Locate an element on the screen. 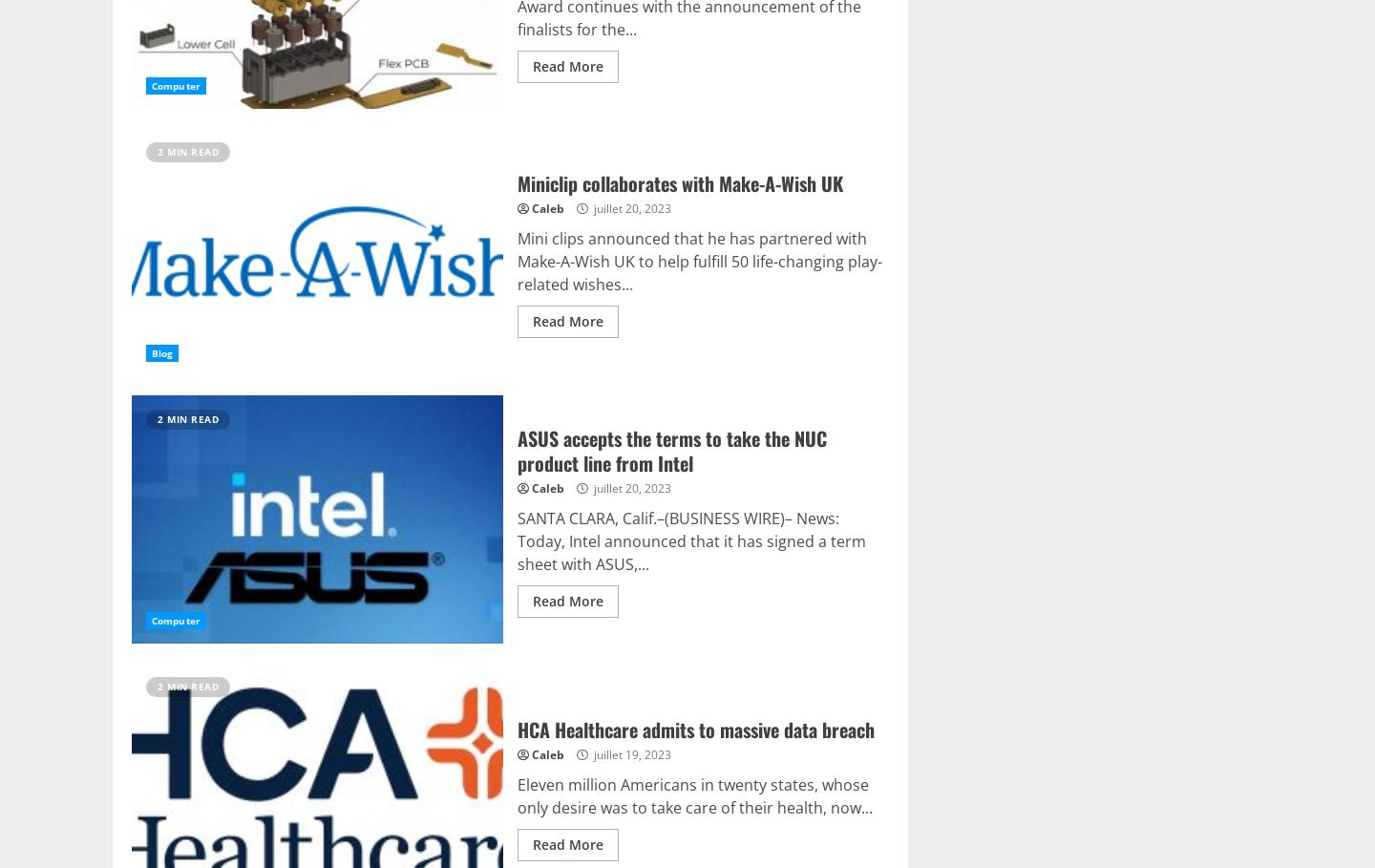 Image resolution: width=1375 pixels, height=868 pixels. 'SANTA CLARA, Calif.–(BUSINESS WIRE)– News: Today, Intel announced that it has signed a term sheet with ASUS,...' is located at coordinates (689, 540).